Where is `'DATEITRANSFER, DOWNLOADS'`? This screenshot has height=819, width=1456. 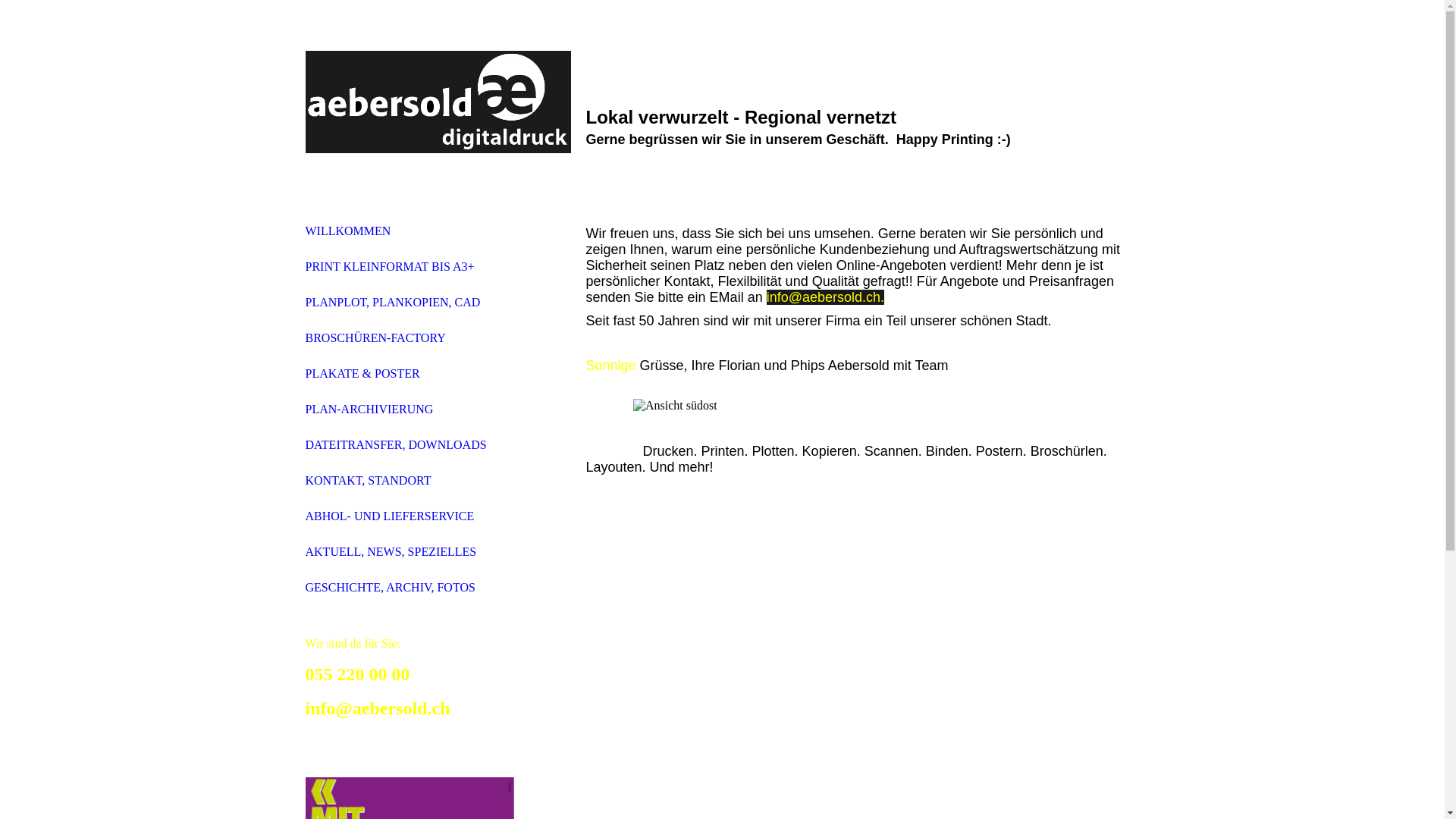 'DATEITRANSFER, DOWNLOADS' is located at coordinates (395, 444).